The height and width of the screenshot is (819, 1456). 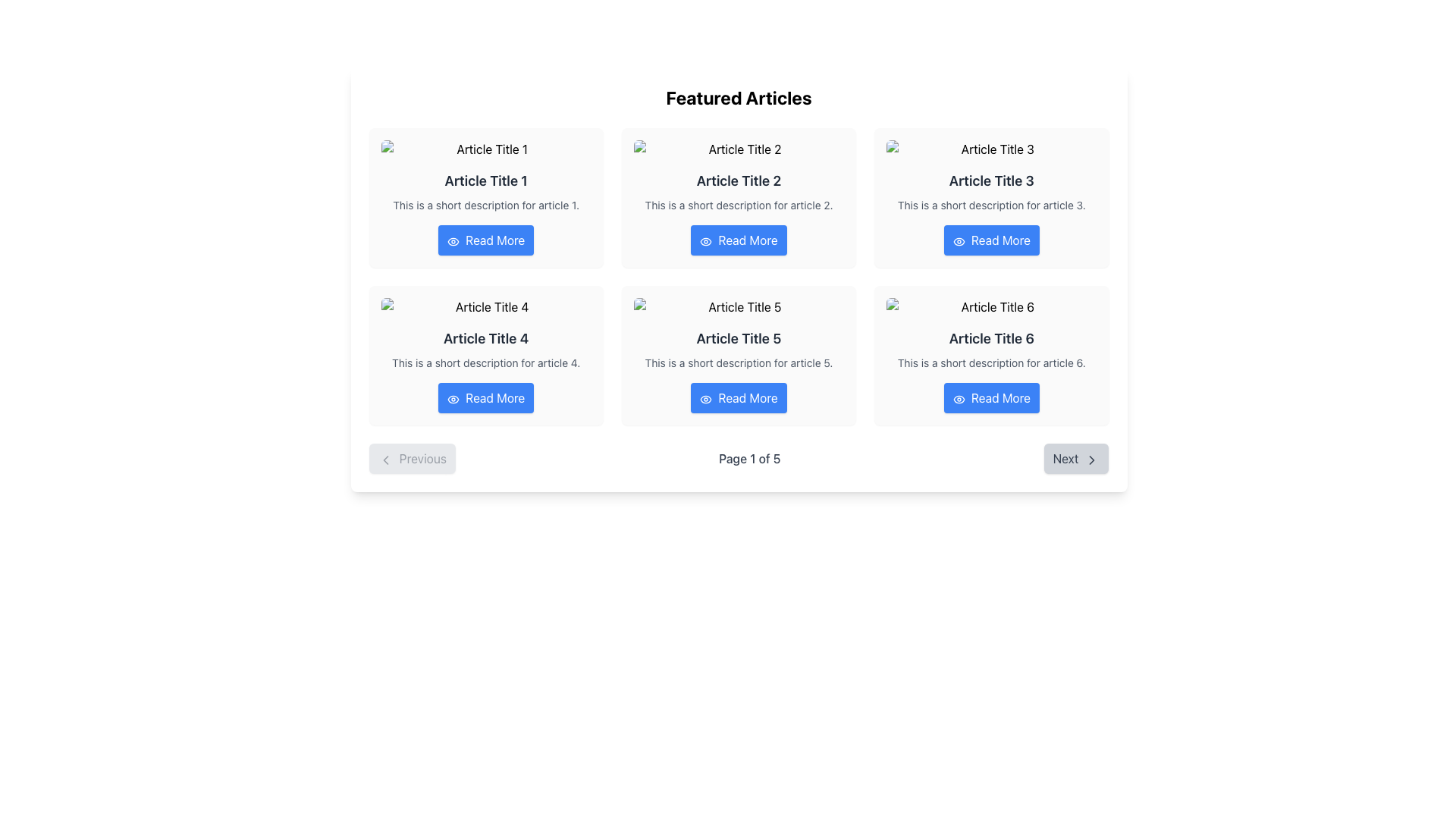 What do you see at coordinates (739, 338) in the screenshot?
I see `the text label that serves as the title of the article, located in the second row and second column of a 3x2 grid layout, positioned below an image and above a short description text and a button` at bounding box center [739, 338].